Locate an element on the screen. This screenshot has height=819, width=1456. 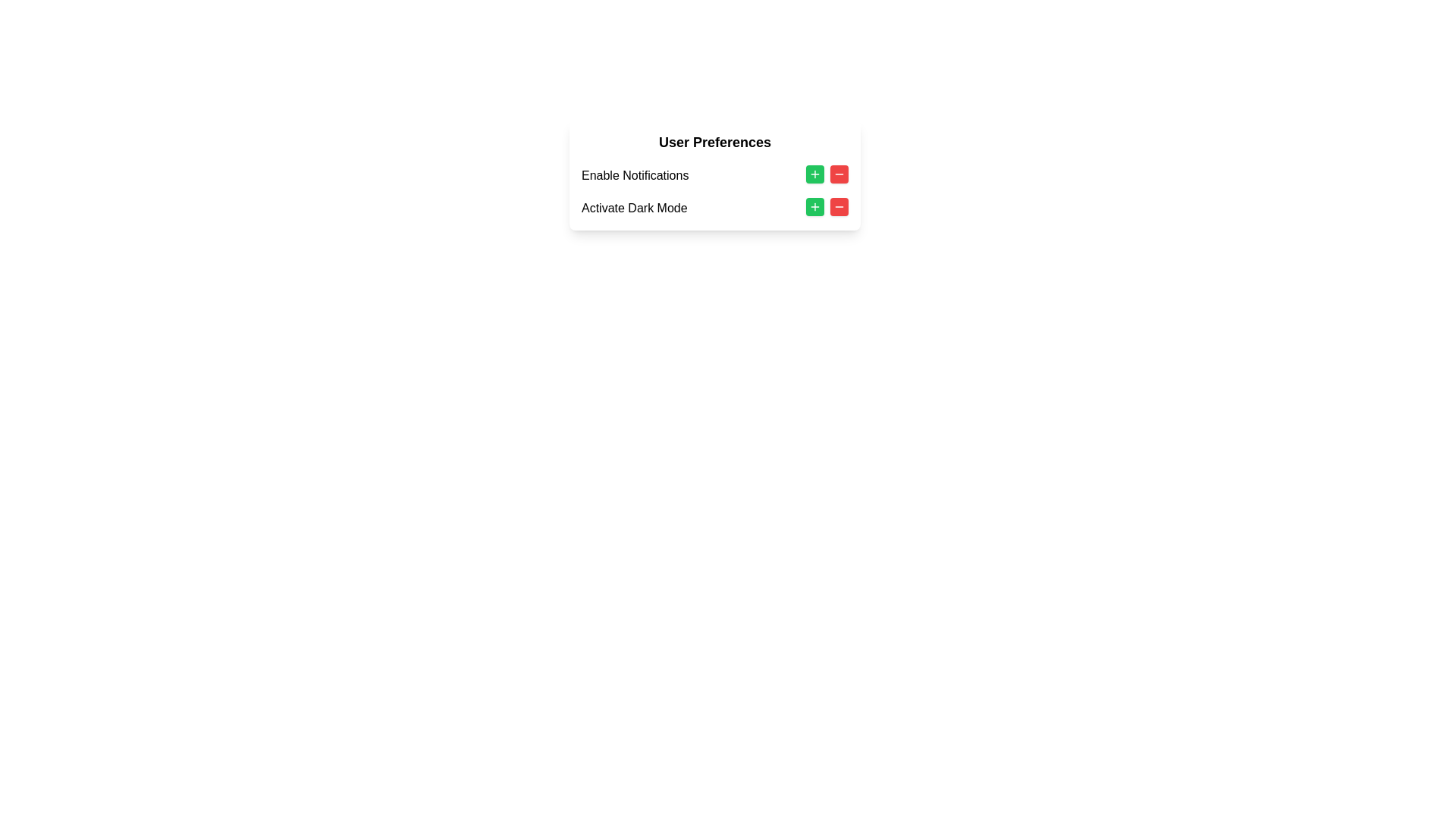
the small green button with a white plus icon located to the right of the 'Activate Dark Mode' label in the 'User Preferences' section is located at coordinates (814, 207).